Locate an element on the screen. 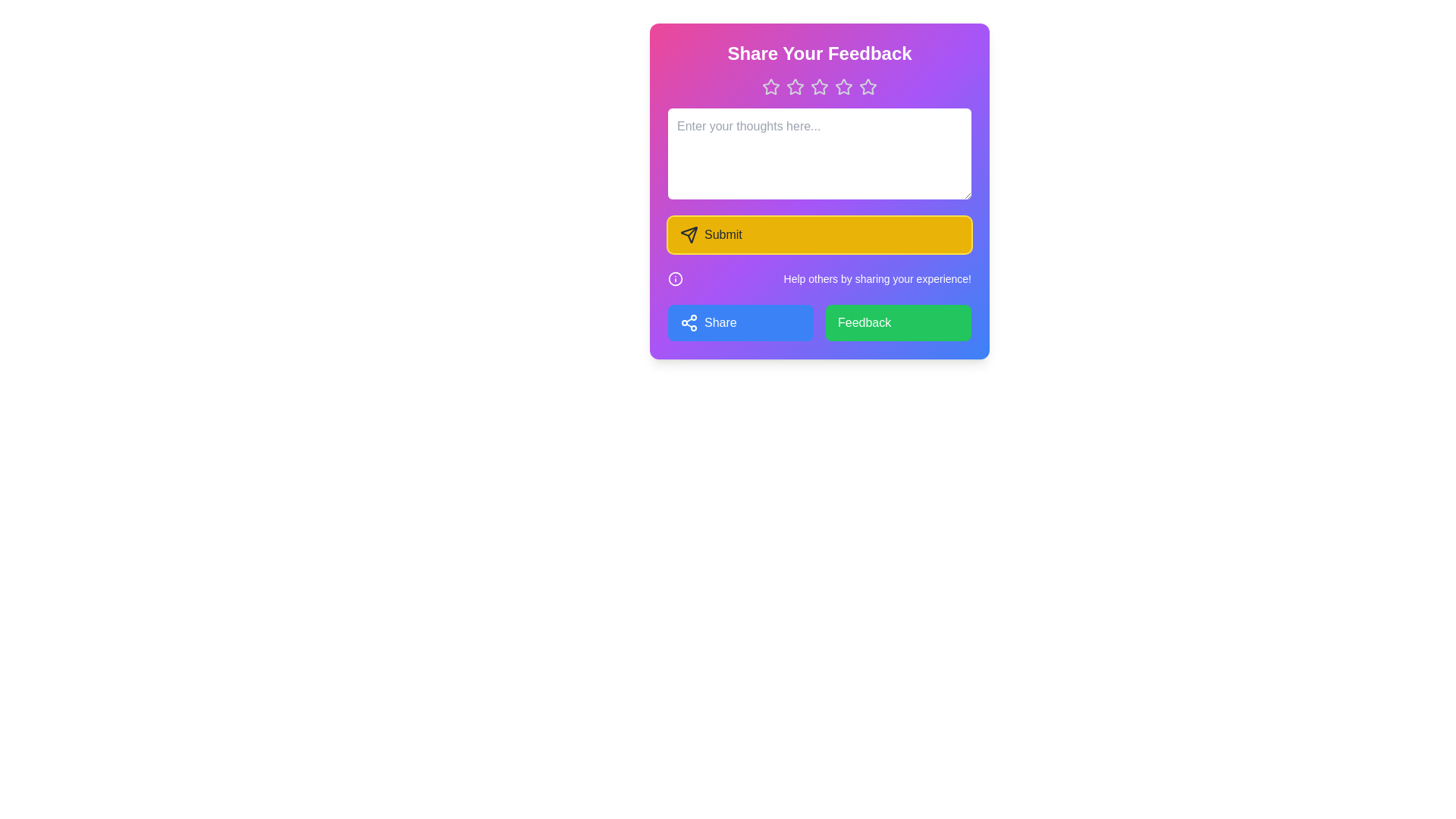 This screenshot has width=1456, height=819. the fourth star icon in the horizontal sequence of five stars is located at coordinates (843, 86).